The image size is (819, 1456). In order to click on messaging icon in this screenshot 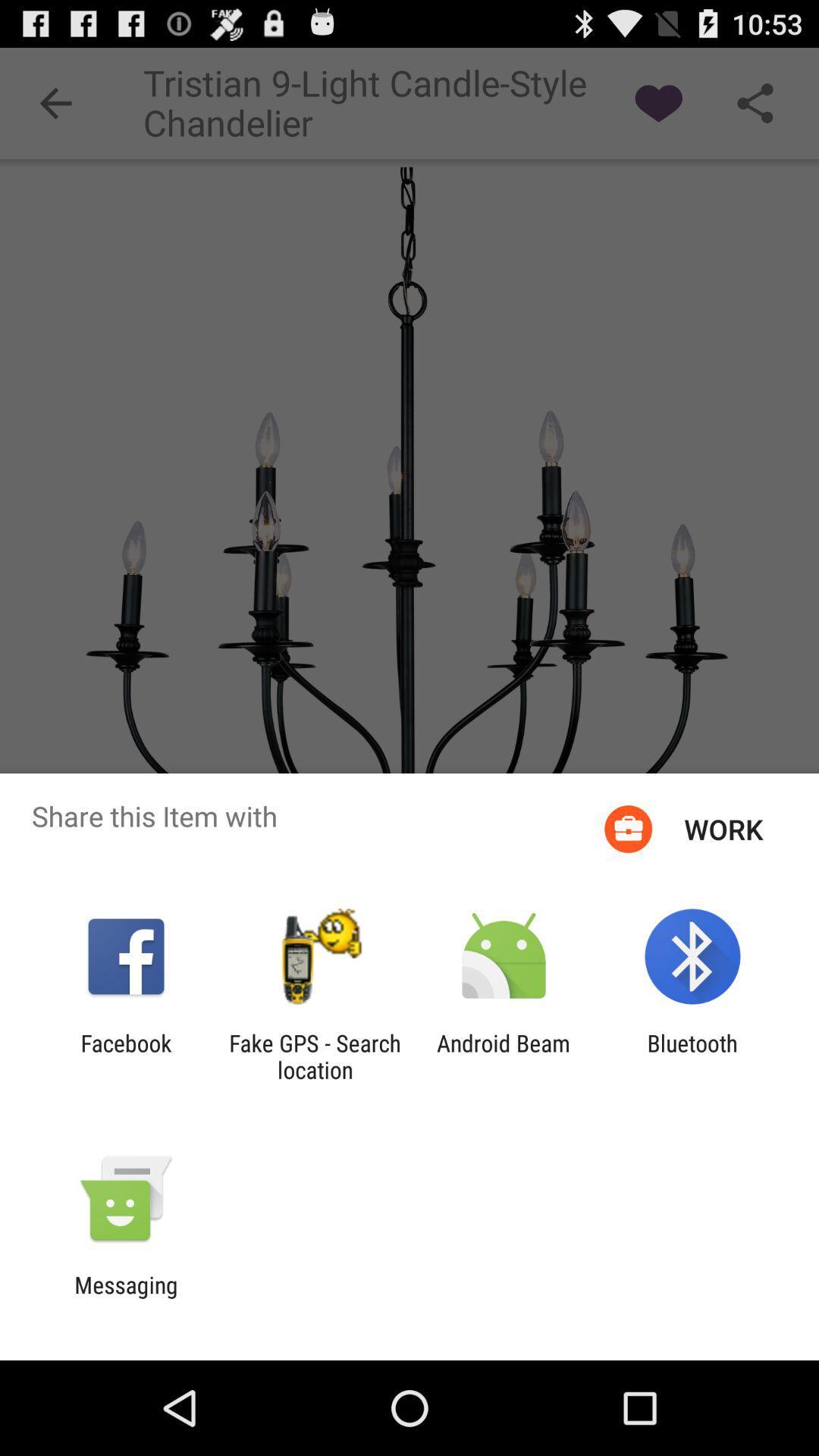, I will do `click(125, 1298)`.